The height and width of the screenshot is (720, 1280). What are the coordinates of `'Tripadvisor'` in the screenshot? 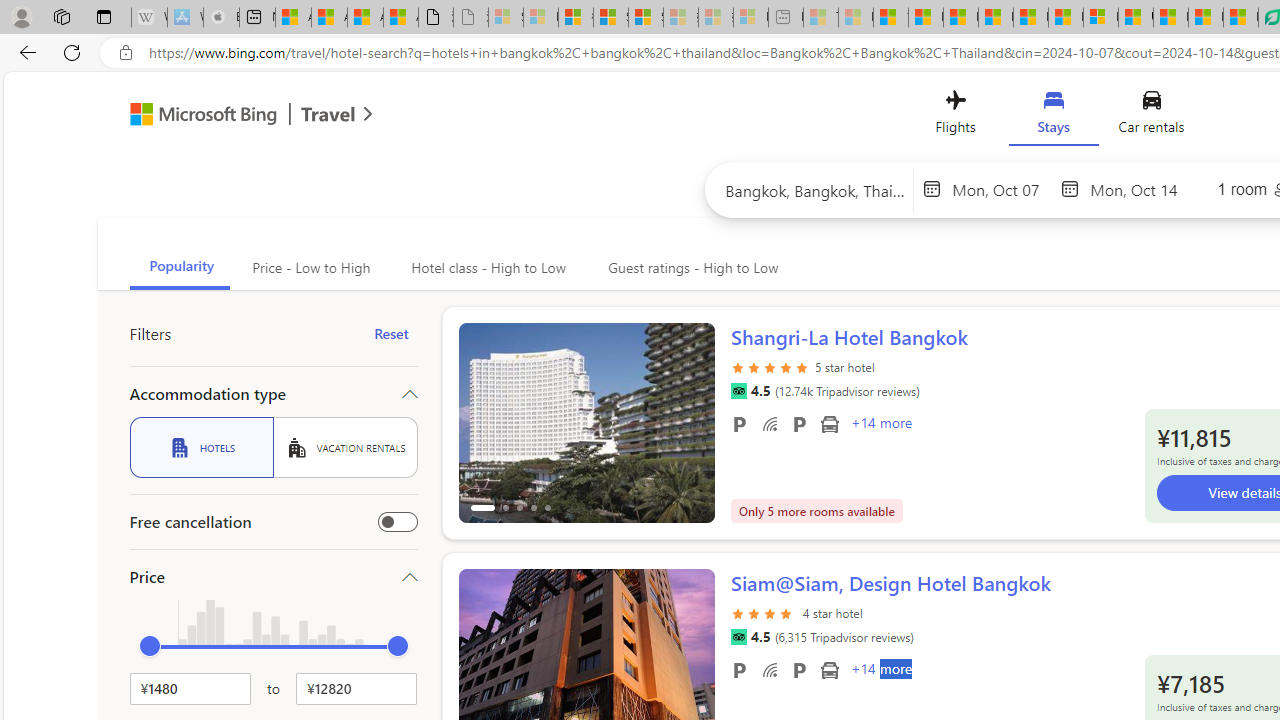 It's located at (737, 637).